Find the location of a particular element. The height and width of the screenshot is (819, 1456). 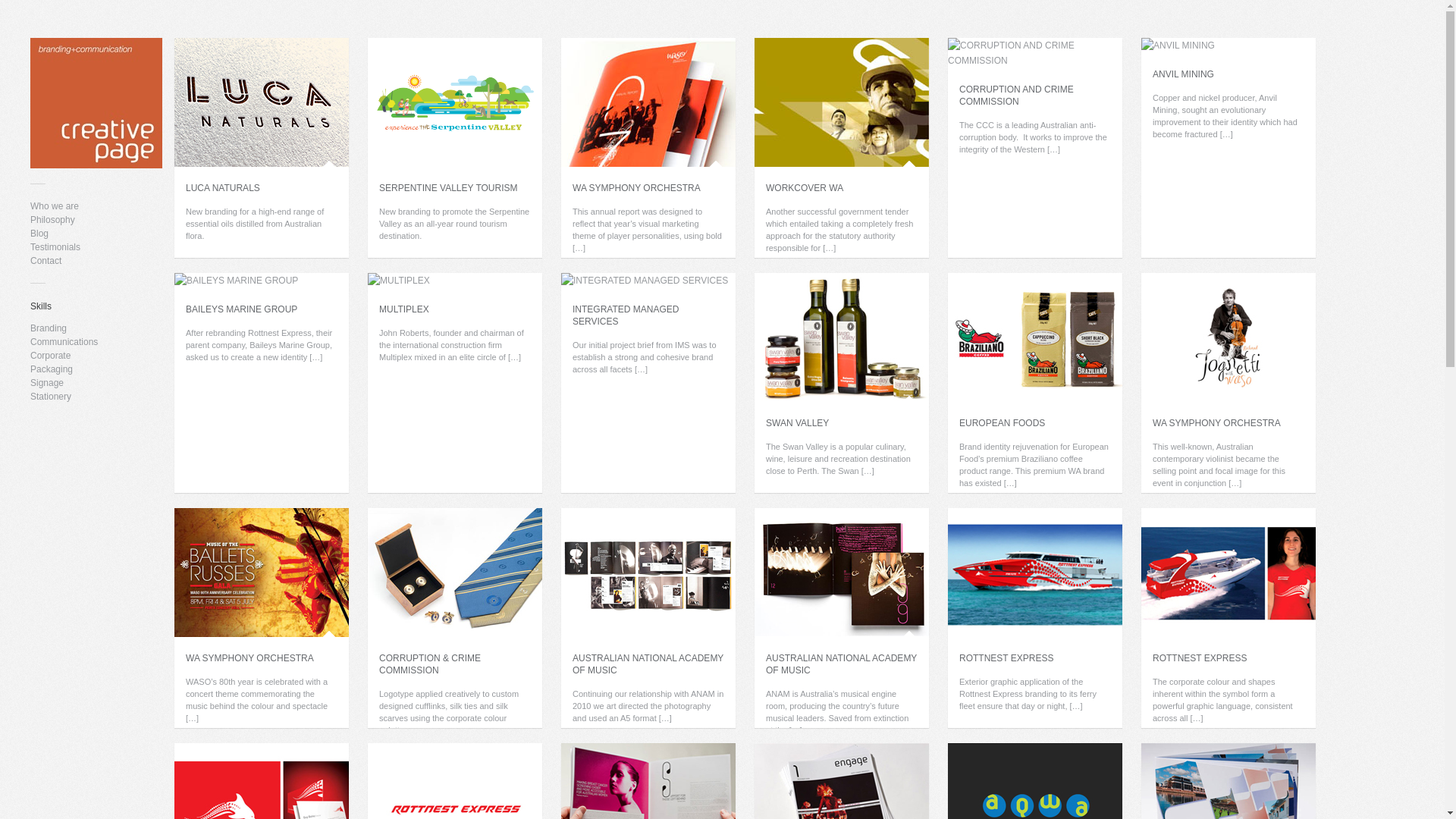

'Contact' is located at coordinates (45, 259).